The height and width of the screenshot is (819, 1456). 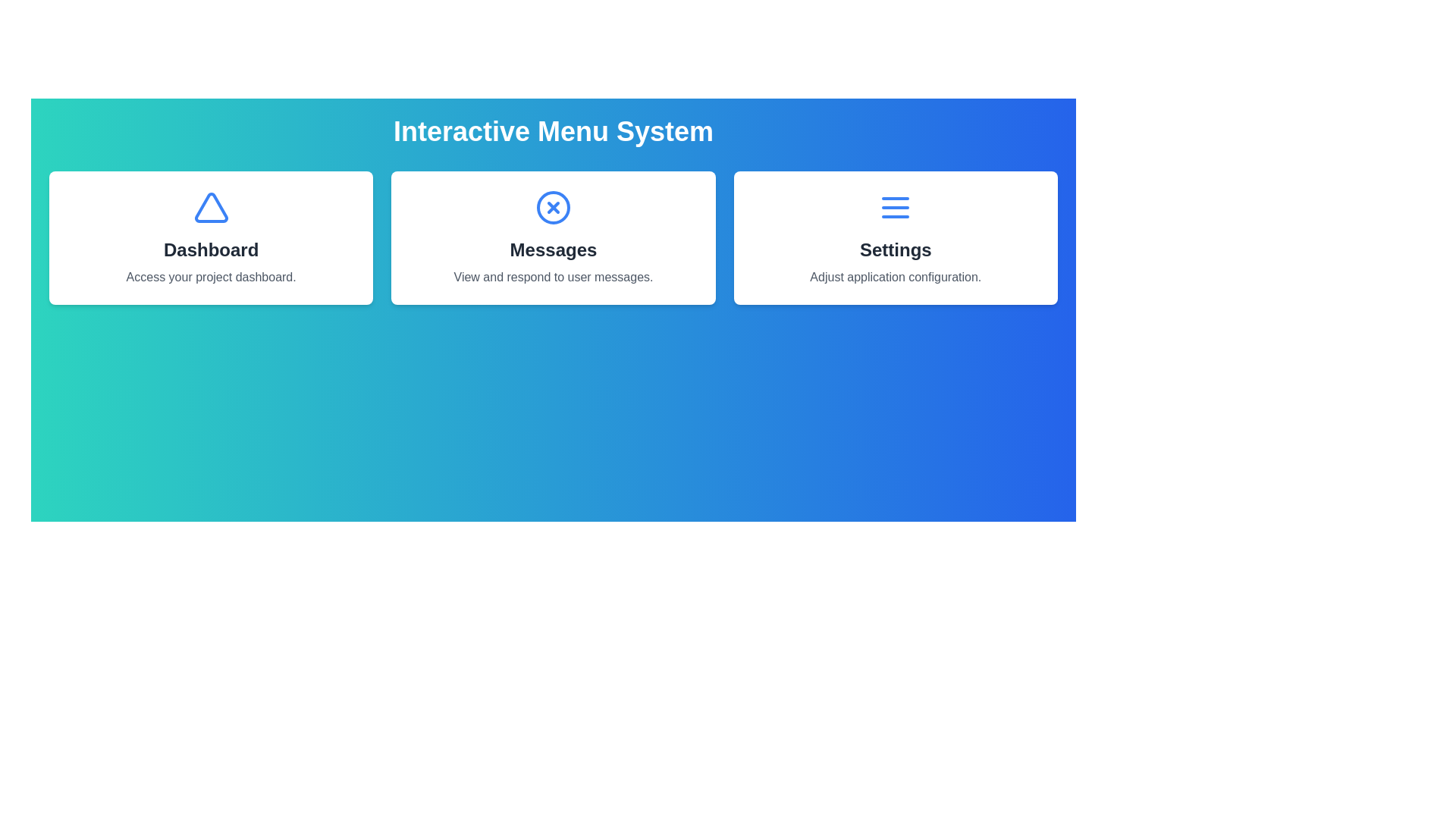 I want to click on the circular blue icon with an 'X' mark at the top-center of the white card titled 'Messages', so click(x=552, y=207).